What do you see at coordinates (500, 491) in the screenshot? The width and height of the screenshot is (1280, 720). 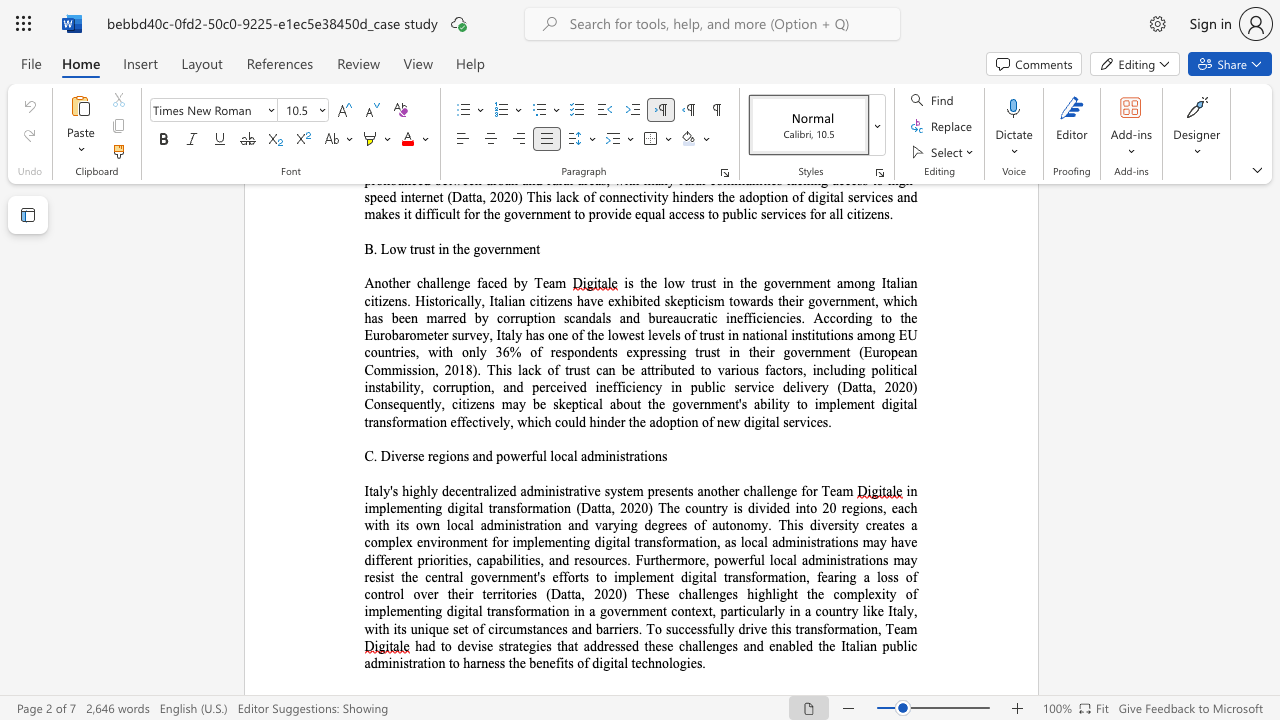 I see `the 1th character "z" in the text` at bounding box center [500, 491].